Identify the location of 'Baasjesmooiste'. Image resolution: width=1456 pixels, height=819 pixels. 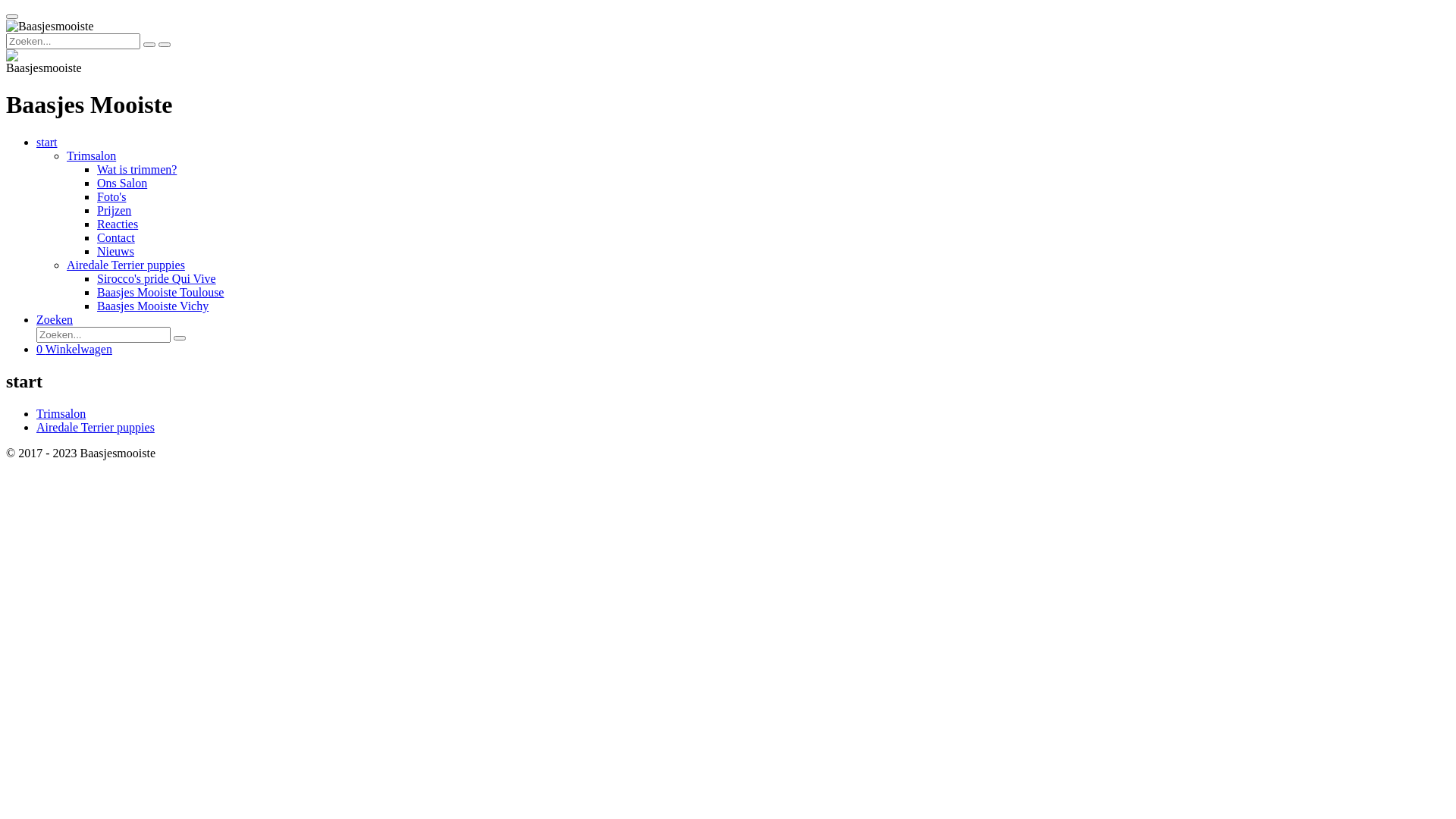
(43, 61).